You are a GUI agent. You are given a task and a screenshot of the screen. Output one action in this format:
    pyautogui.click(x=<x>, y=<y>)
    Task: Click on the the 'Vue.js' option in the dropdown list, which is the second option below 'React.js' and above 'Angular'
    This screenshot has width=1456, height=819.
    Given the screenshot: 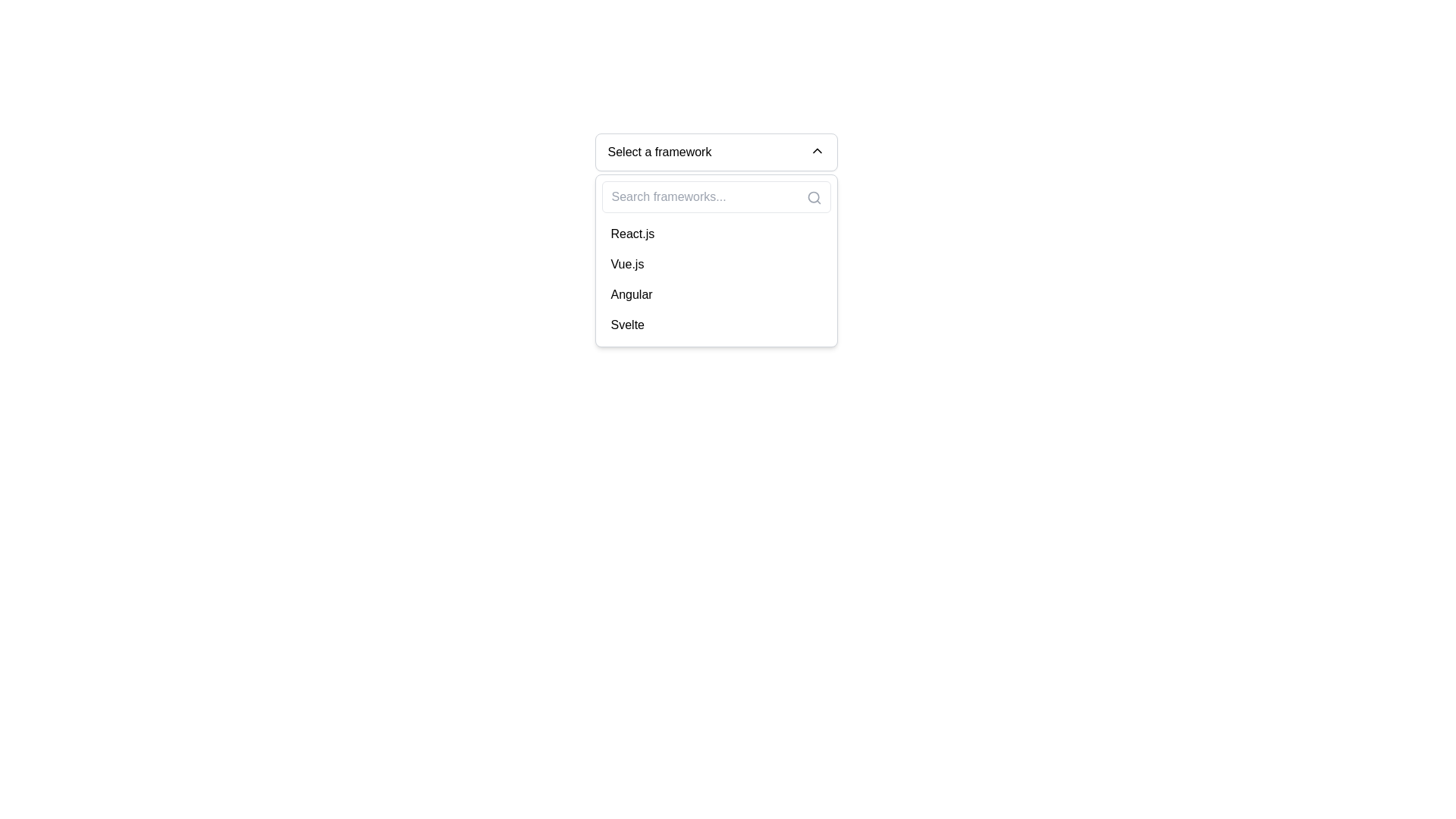 What is the action you would take?
    pyautogui.click(x=715, y=263)
    